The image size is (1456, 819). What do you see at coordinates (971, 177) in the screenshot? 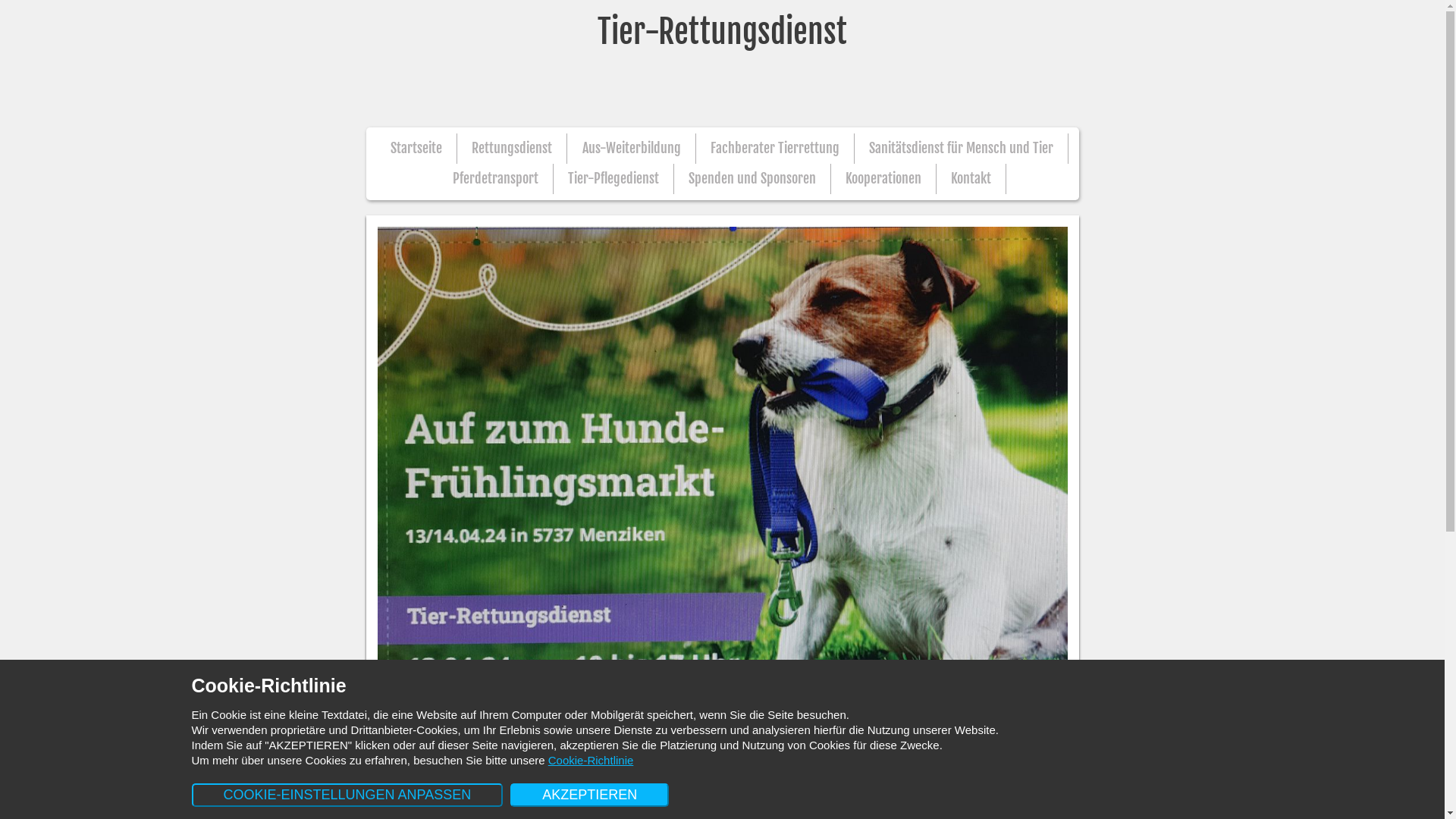
I see `'Kontakt'` at bounding box center [971, 177].